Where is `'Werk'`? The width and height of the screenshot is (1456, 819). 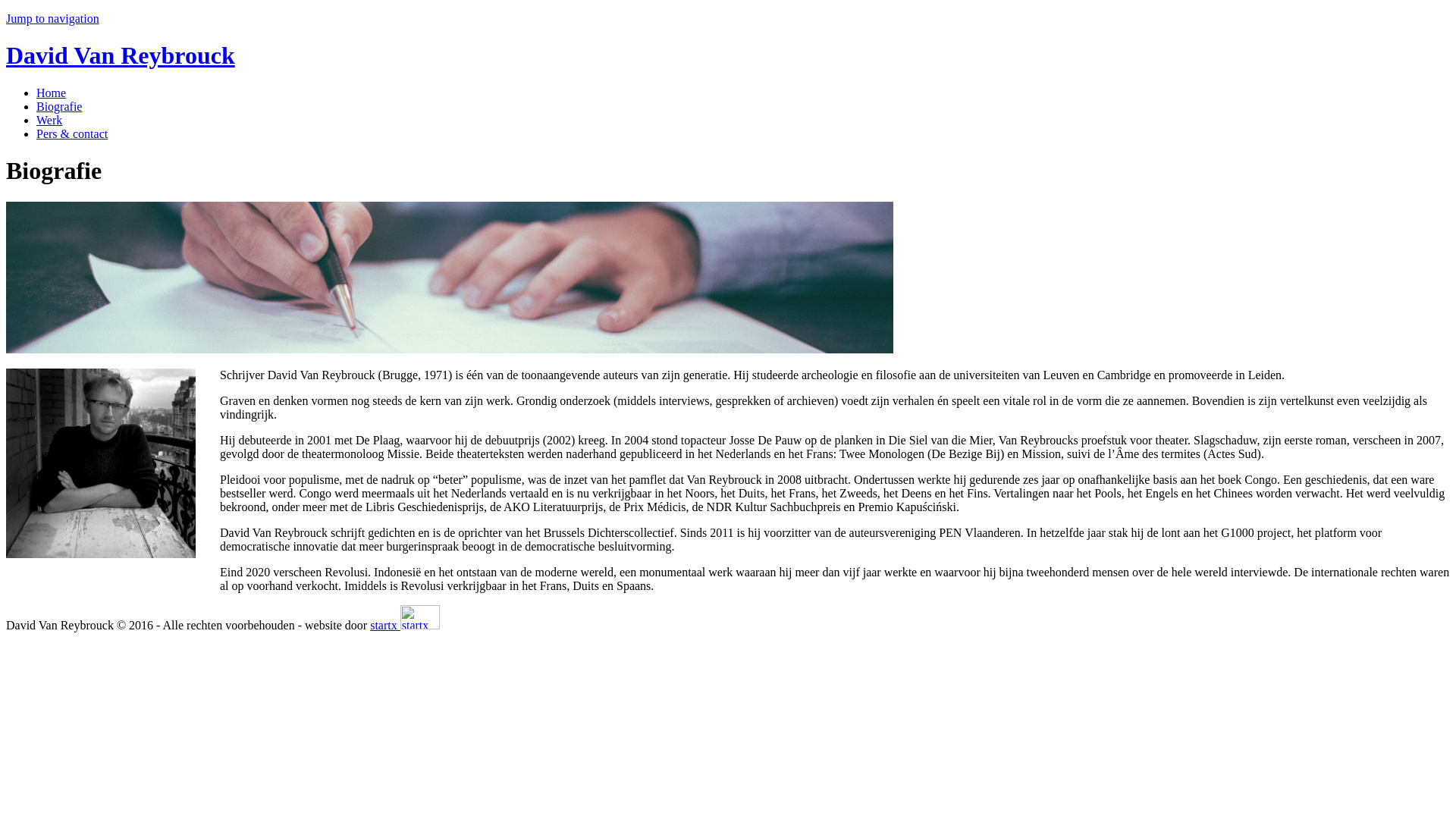
'Werk' is located at coordinates (49, 119).